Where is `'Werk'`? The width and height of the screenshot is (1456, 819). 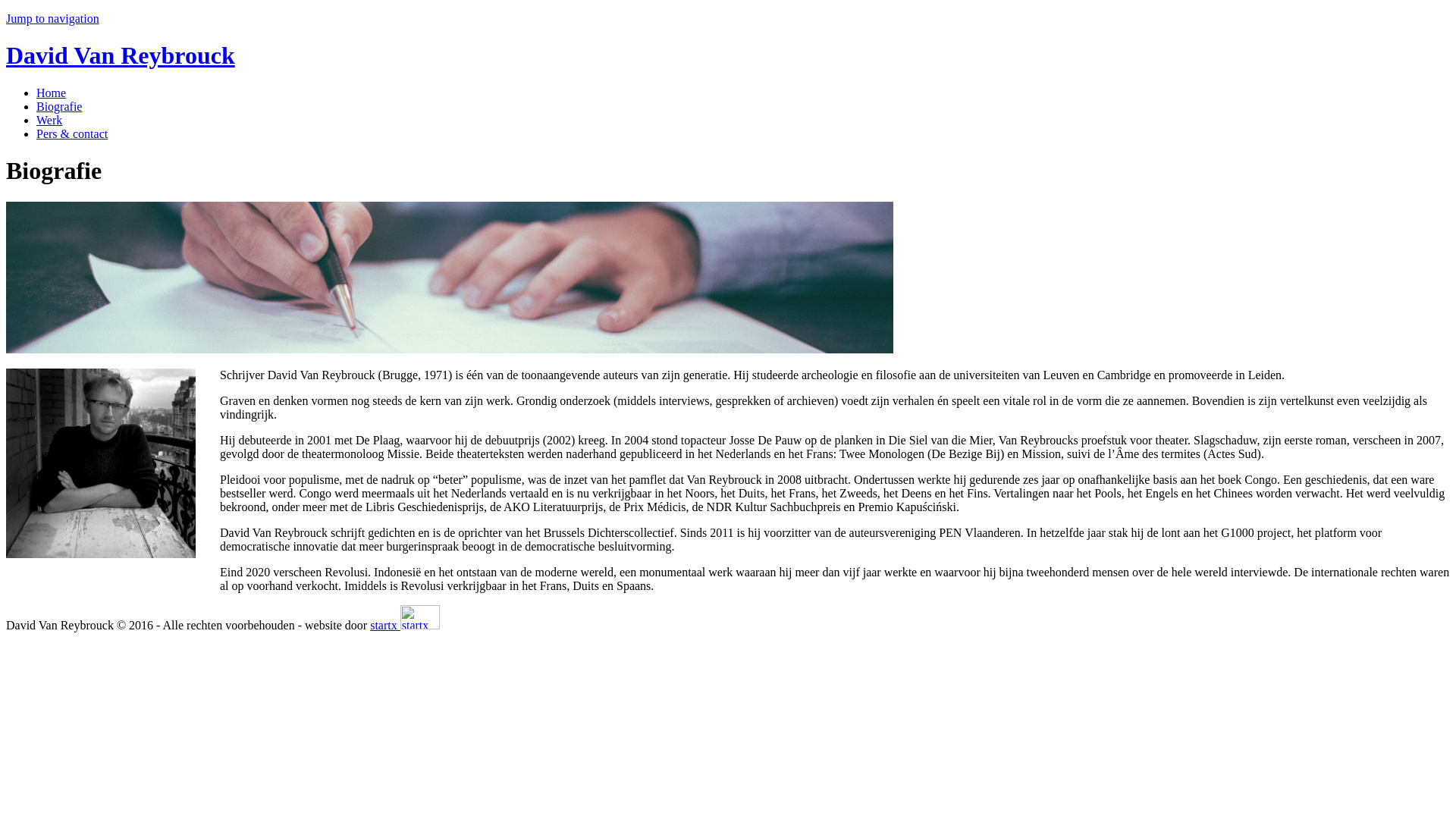
'Werk' is located at coordinates (49, 119).